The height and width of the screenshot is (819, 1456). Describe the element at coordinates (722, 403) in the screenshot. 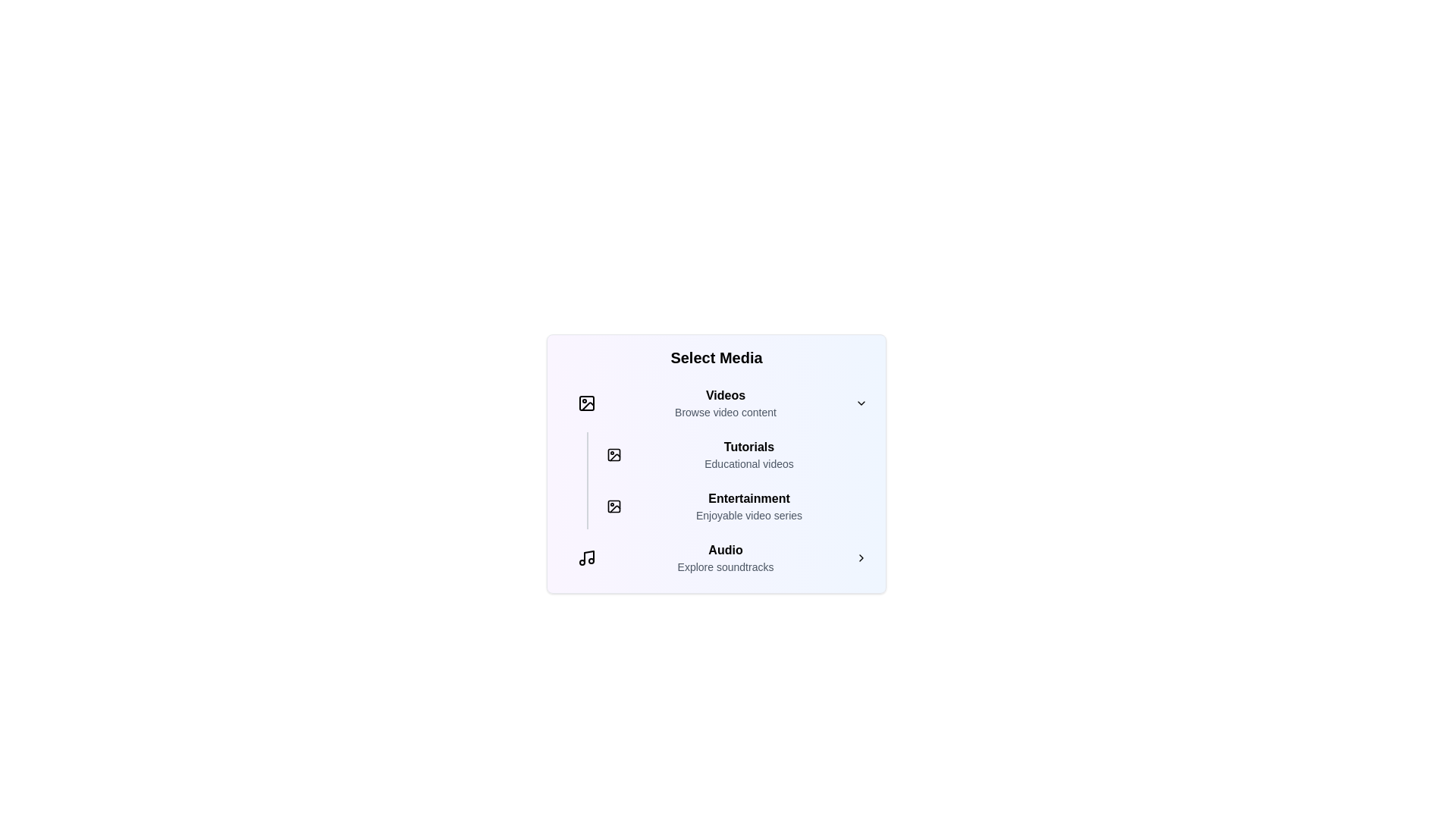

I see `the first menu option under 'Select Media'` at that location.